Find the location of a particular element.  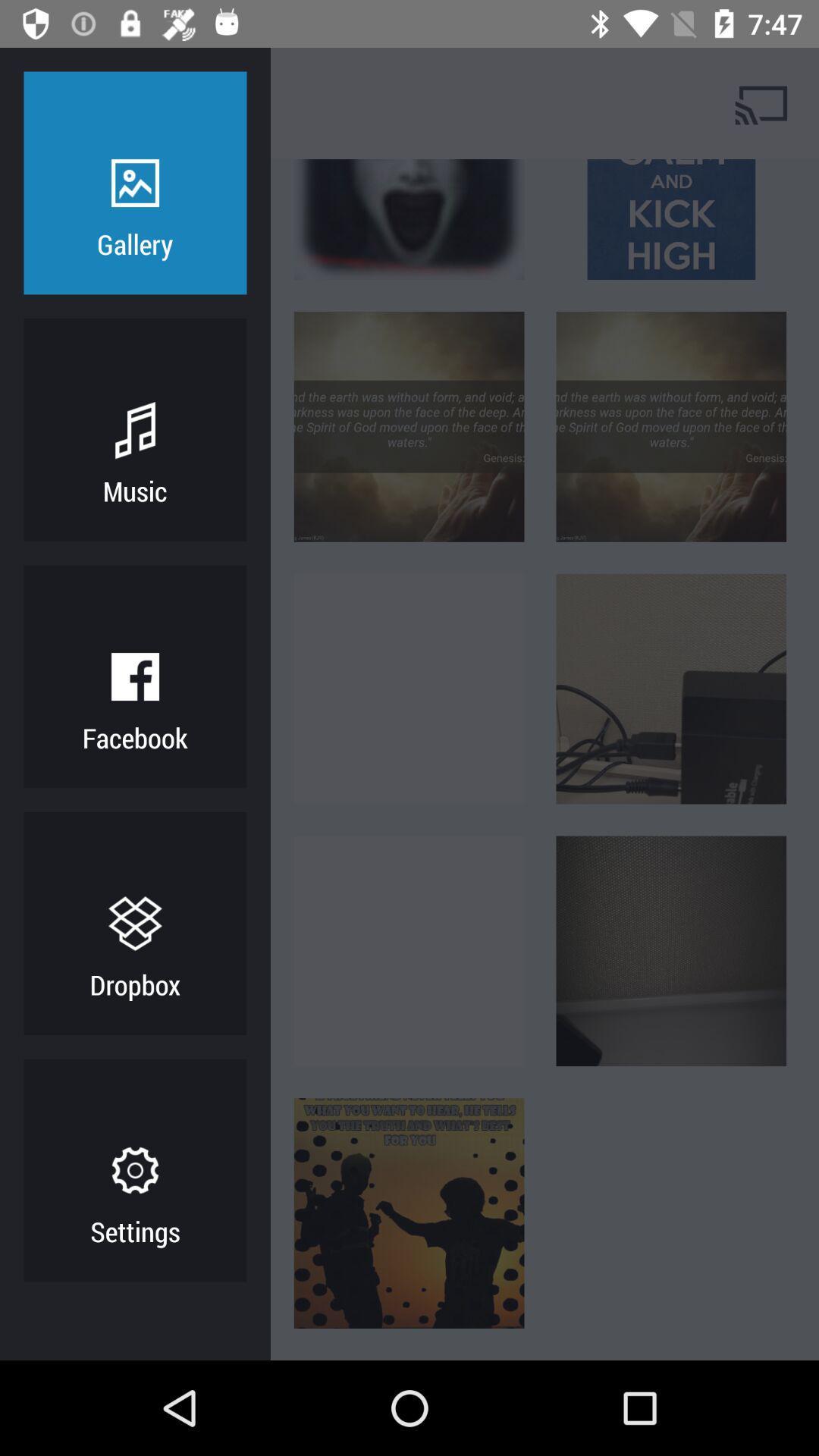

cast is located at coordinates (763, 102).